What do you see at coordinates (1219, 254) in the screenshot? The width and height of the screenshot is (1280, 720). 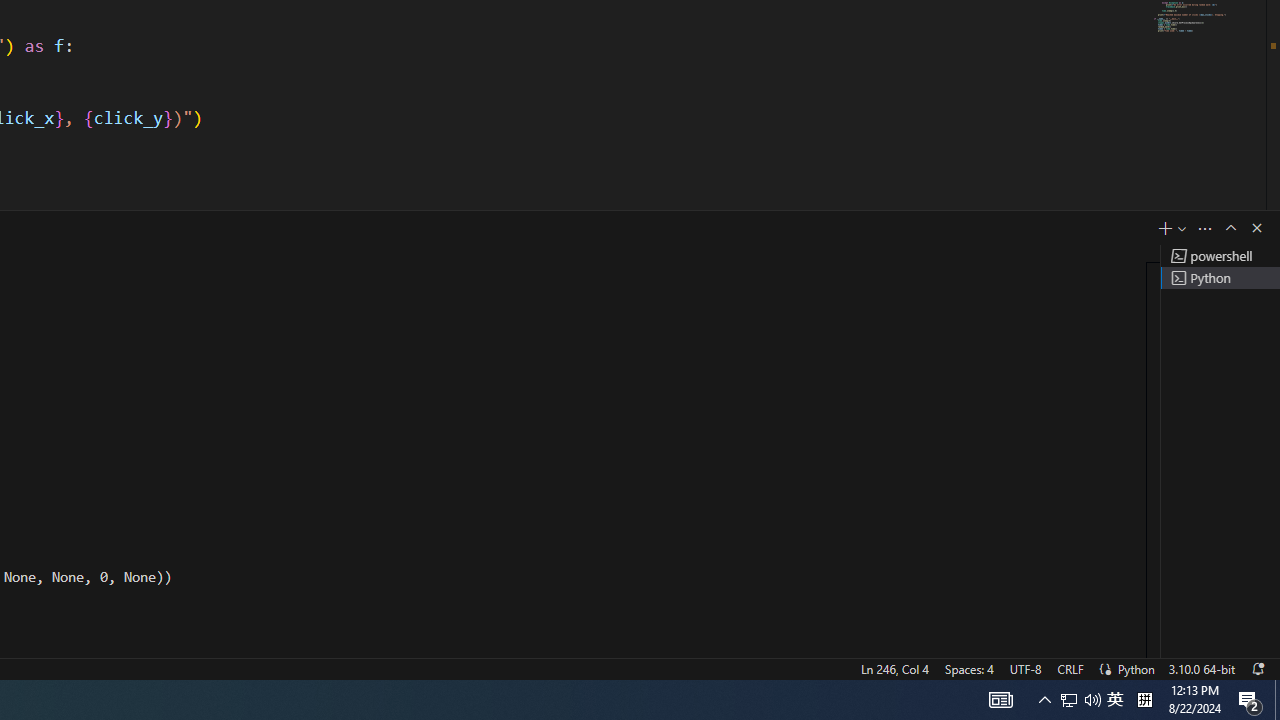 I see `'Terminal 1 powershell'` at bounding box center [1219, 254].